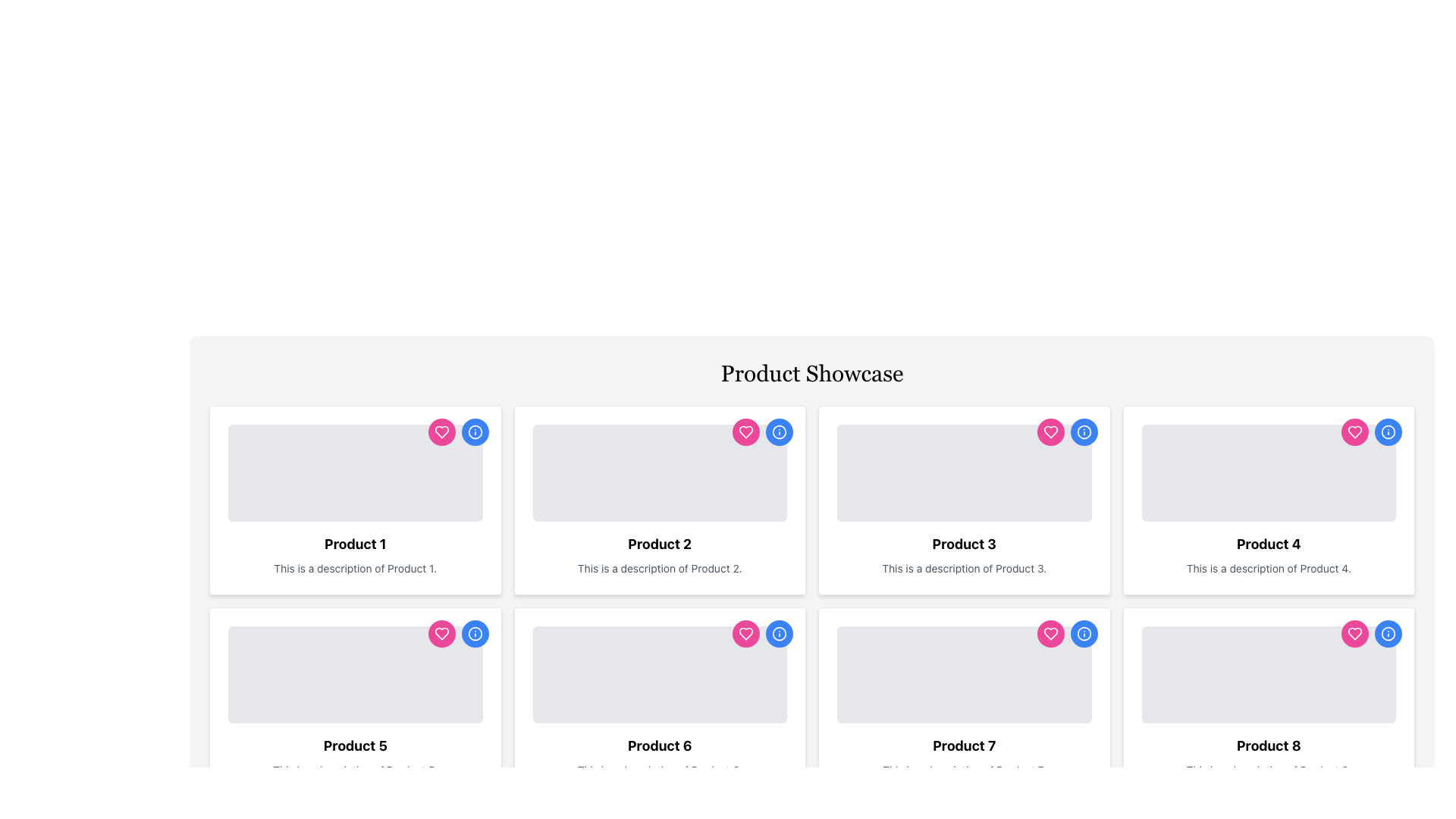  What do you see at coordinates (474, 432) in the screenshot?
I see `the information icon button located in the top-right corner of the 'Product 1' card` at bounding box center [474, 432].